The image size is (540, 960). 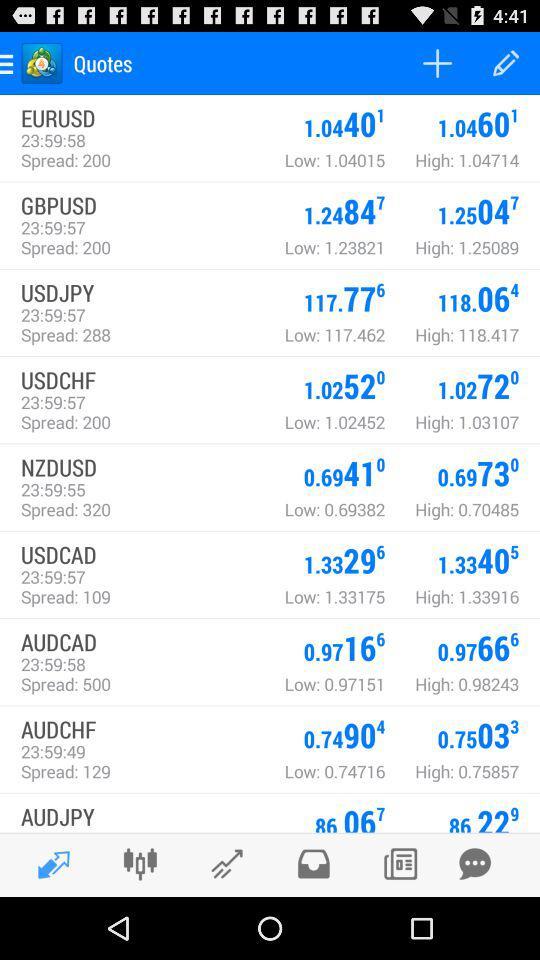 I want to click on the sliders icon, so click(x=139, y=924).